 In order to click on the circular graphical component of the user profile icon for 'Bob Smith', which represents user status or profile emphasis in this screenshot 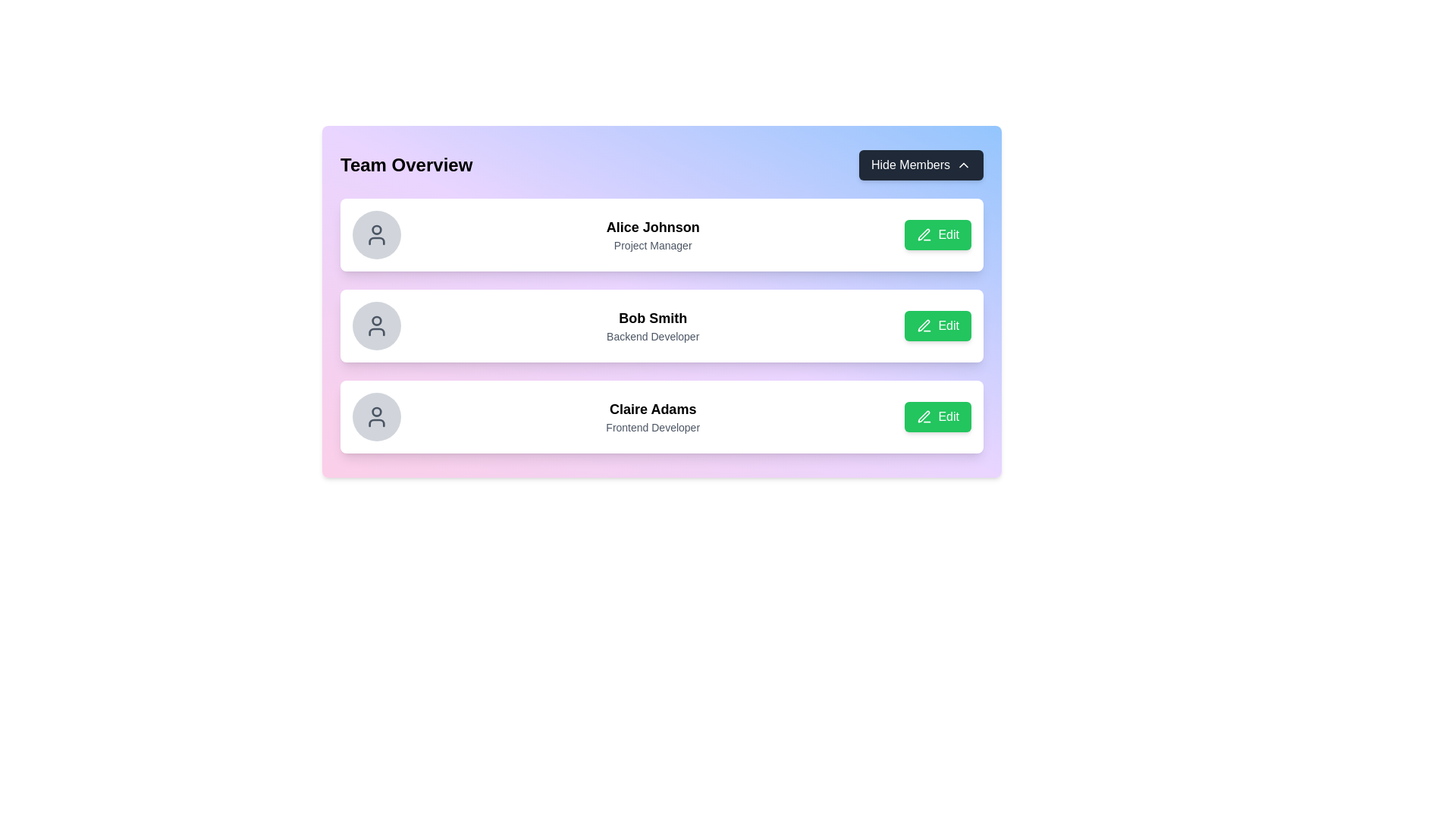, I will do `click(377, 320)`.